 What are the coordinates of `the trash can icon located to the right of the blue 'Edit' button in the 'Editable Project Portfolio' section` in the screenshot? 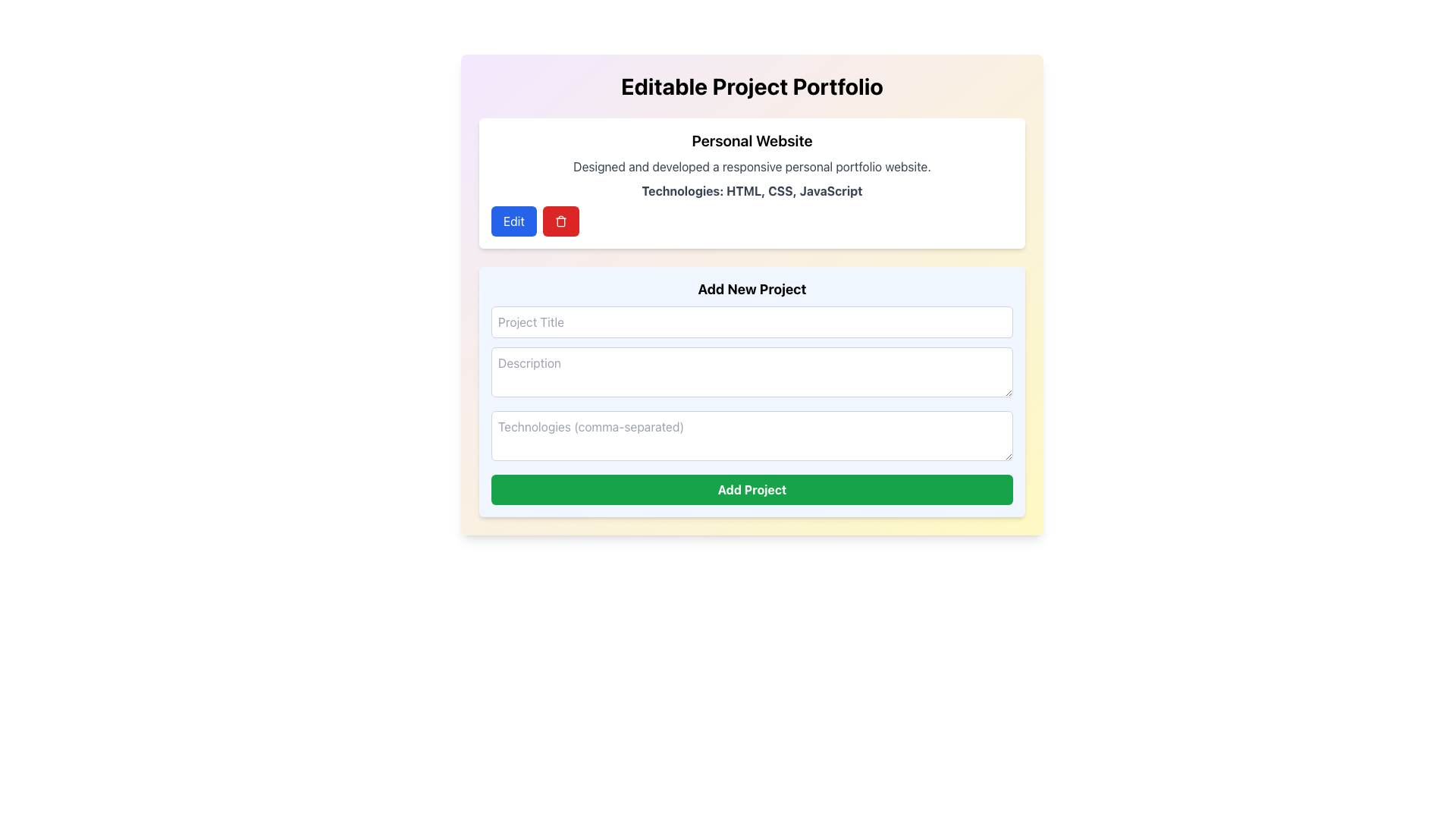 It's located at (560, 221).